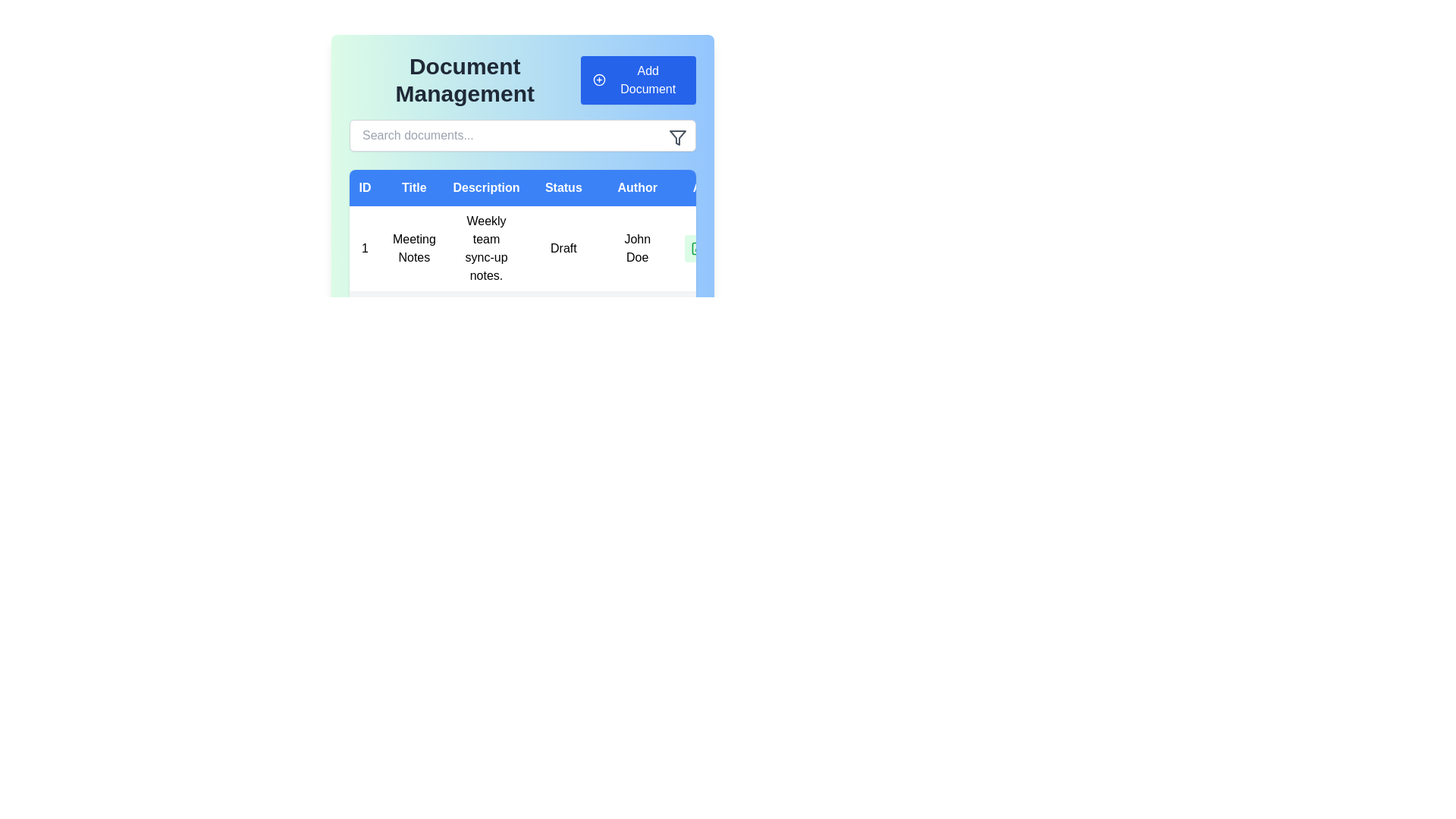 This screenshot has height=819, width=1456. Describe the element at coordinates (414, 187) in the screenshot. I see `the bold text label reading 'Title', which is styled with a white font on a blue background and serves as the second column header in the table layout` at that location.